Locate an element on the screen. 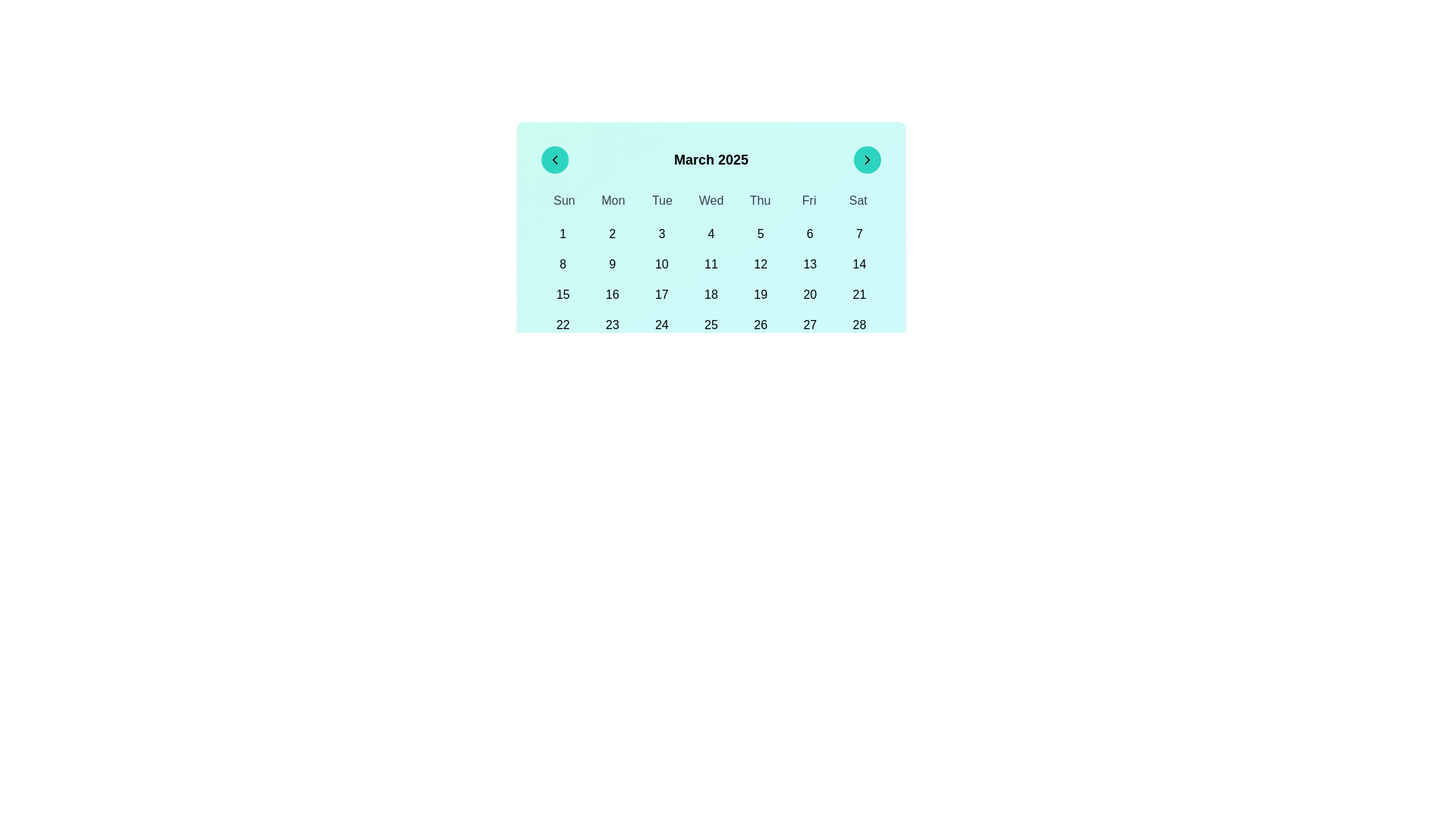 This screenshot has width=1456, height=819. the static text label displaying 'Mon', which is the second item in the sequence of day abbreviations in the calendar header is located at coordinates (613, 200).